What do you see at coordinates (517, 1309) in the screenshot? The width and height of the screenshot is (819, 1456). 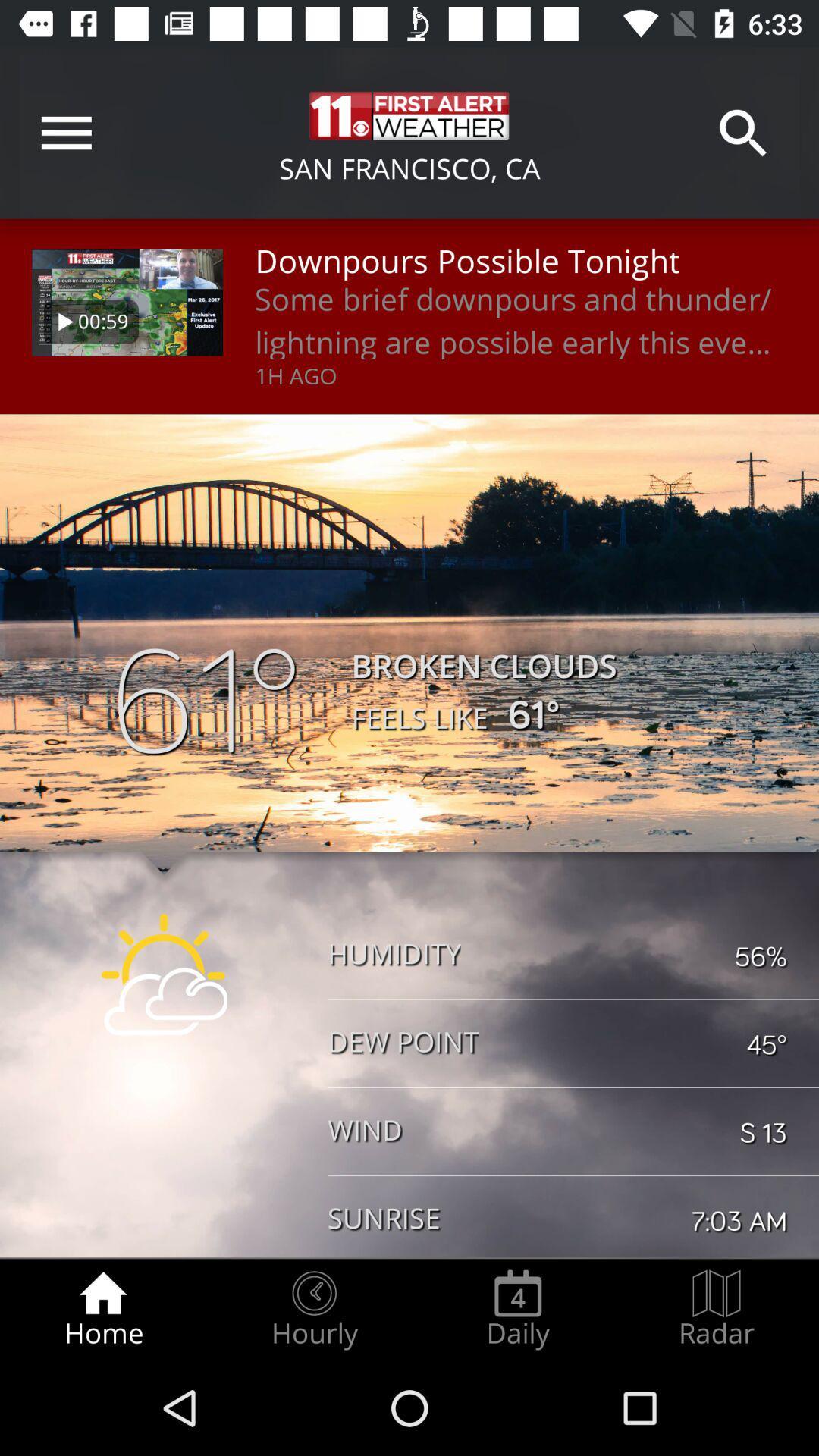 I see `the icon to the right of hourly item` at bounding box center [517, 1309].